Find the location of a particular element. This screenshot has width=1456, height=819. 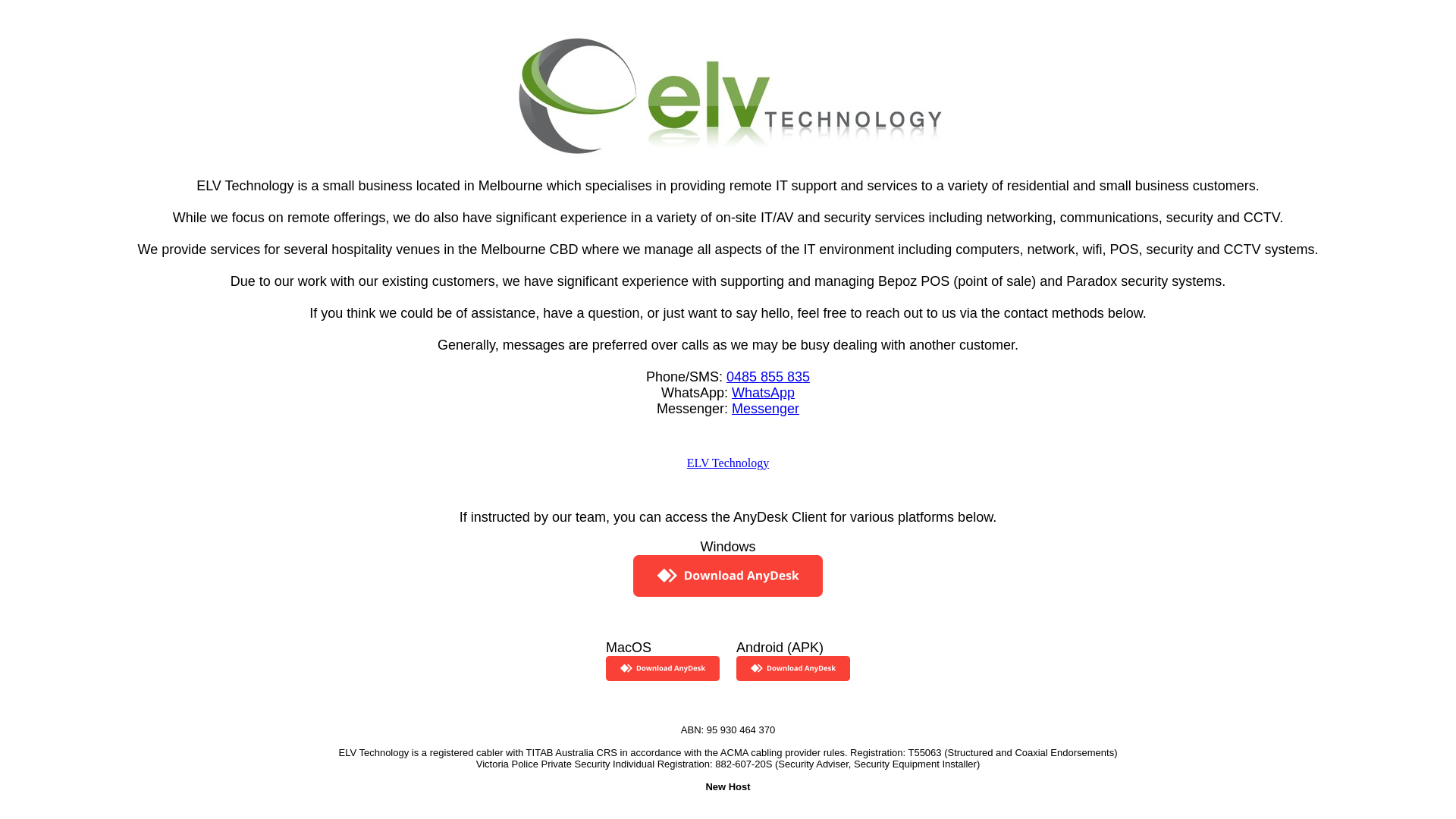

'0485 855 835' is located at coordinates (767, 375).